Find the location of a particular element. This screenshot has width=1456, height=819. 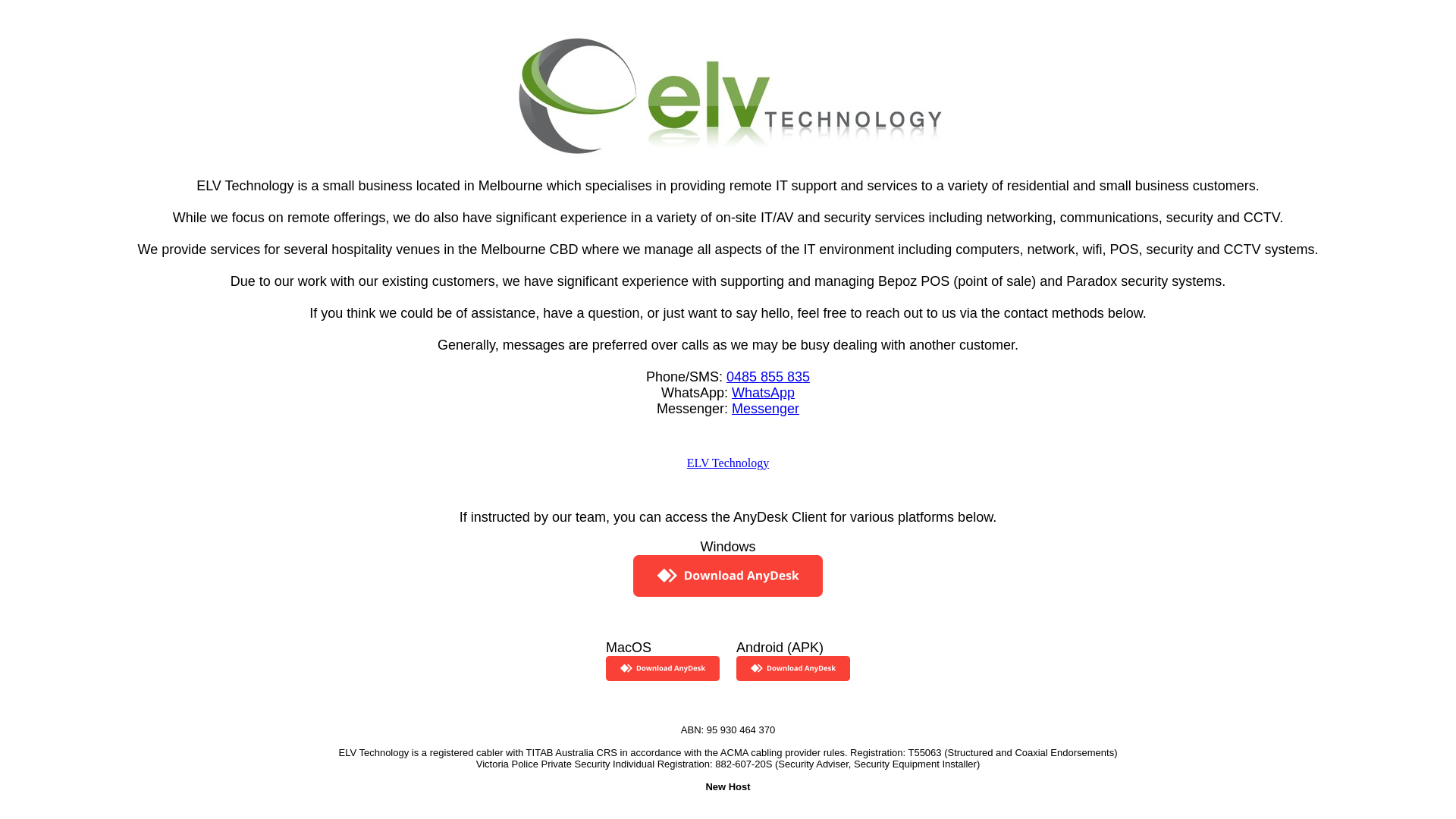

'0485 855 835' is located at coordinates (767, 375).